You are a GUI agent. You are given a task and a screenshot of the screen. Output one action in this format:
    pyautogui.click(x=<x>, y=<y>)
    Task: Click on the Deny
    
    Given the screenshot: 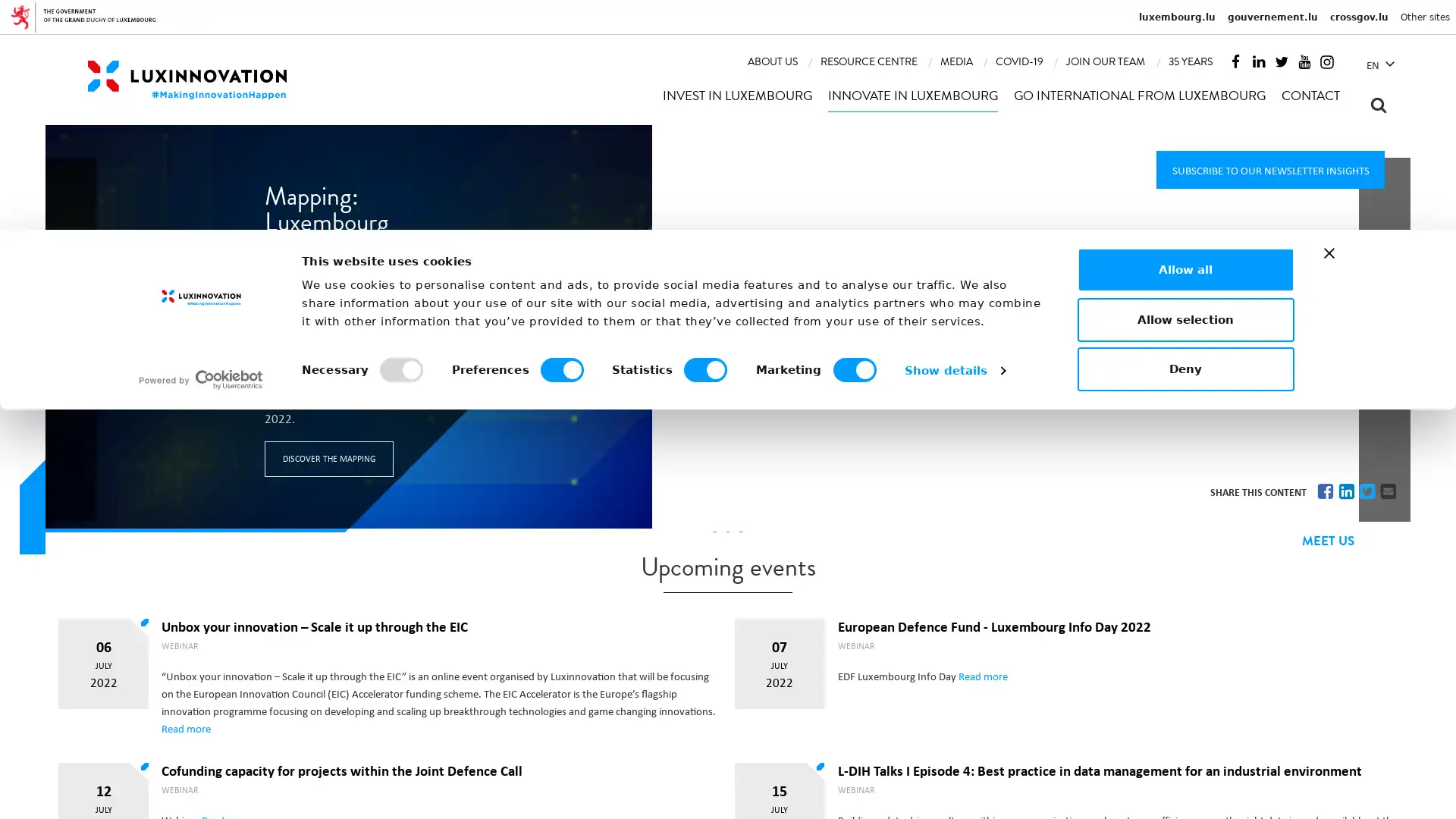 What is the action you would take?
    pyautogui.click(x=1185, y=778)
    